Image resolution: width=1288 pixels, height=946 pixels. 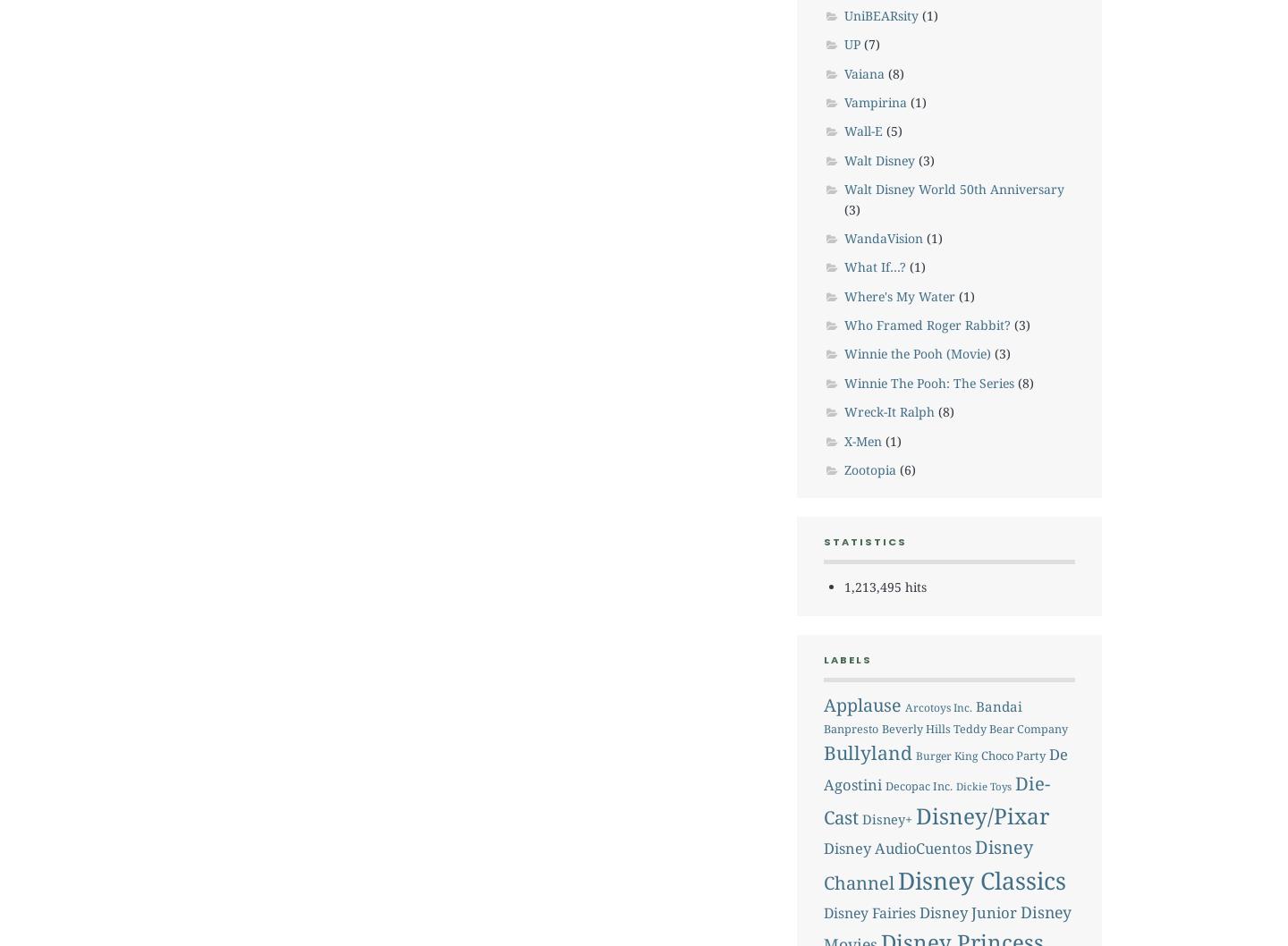 What do you see at coordinates (879, 14) in the screenshot?
I see `'UniBEARsity'` at bounding box center [879, 14].